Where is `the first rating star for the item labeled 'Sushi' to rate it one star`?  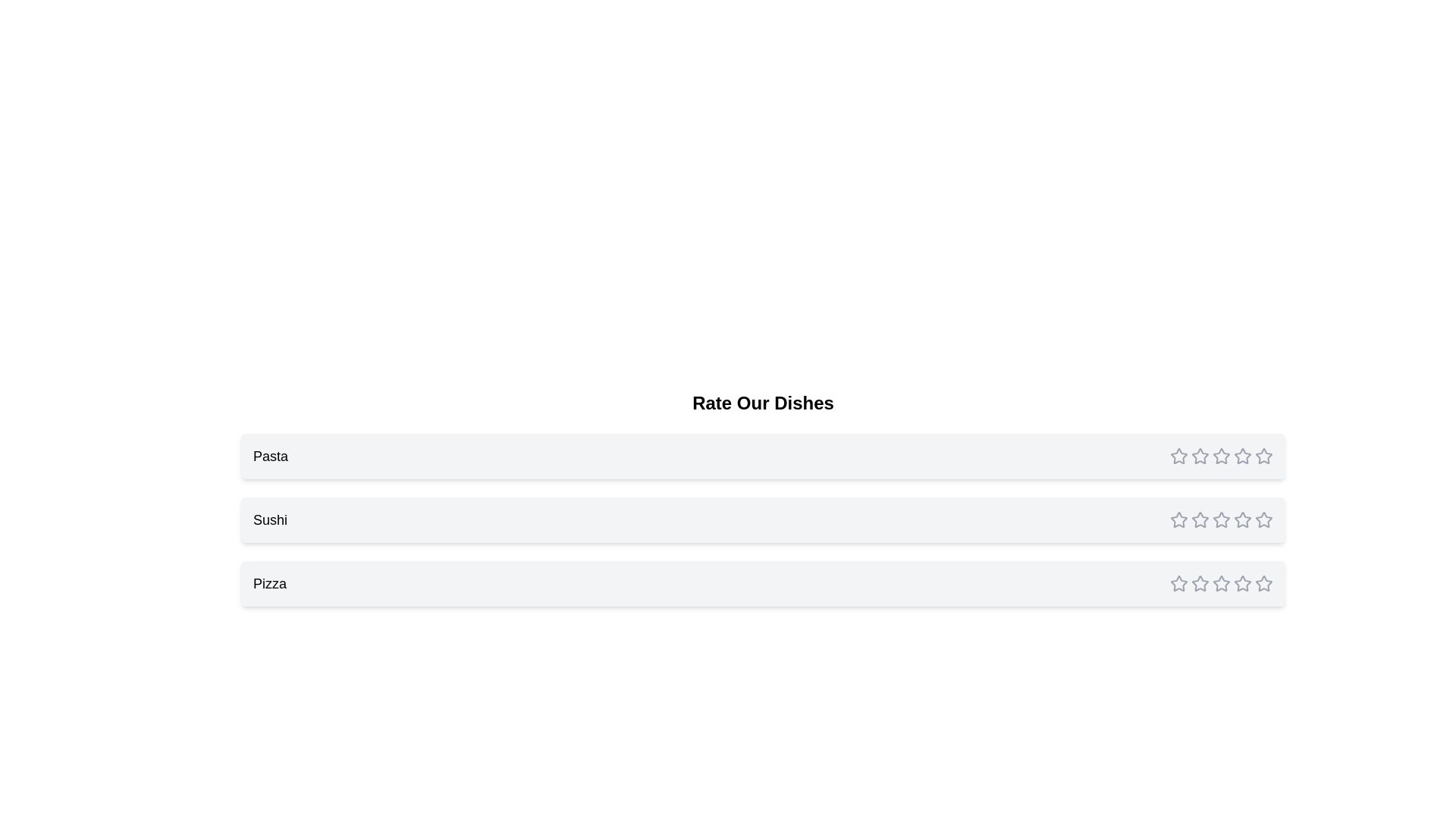 the first rating star for the item labeled 'Sushi' to rate it one star is located at coordinates (1178, 519).